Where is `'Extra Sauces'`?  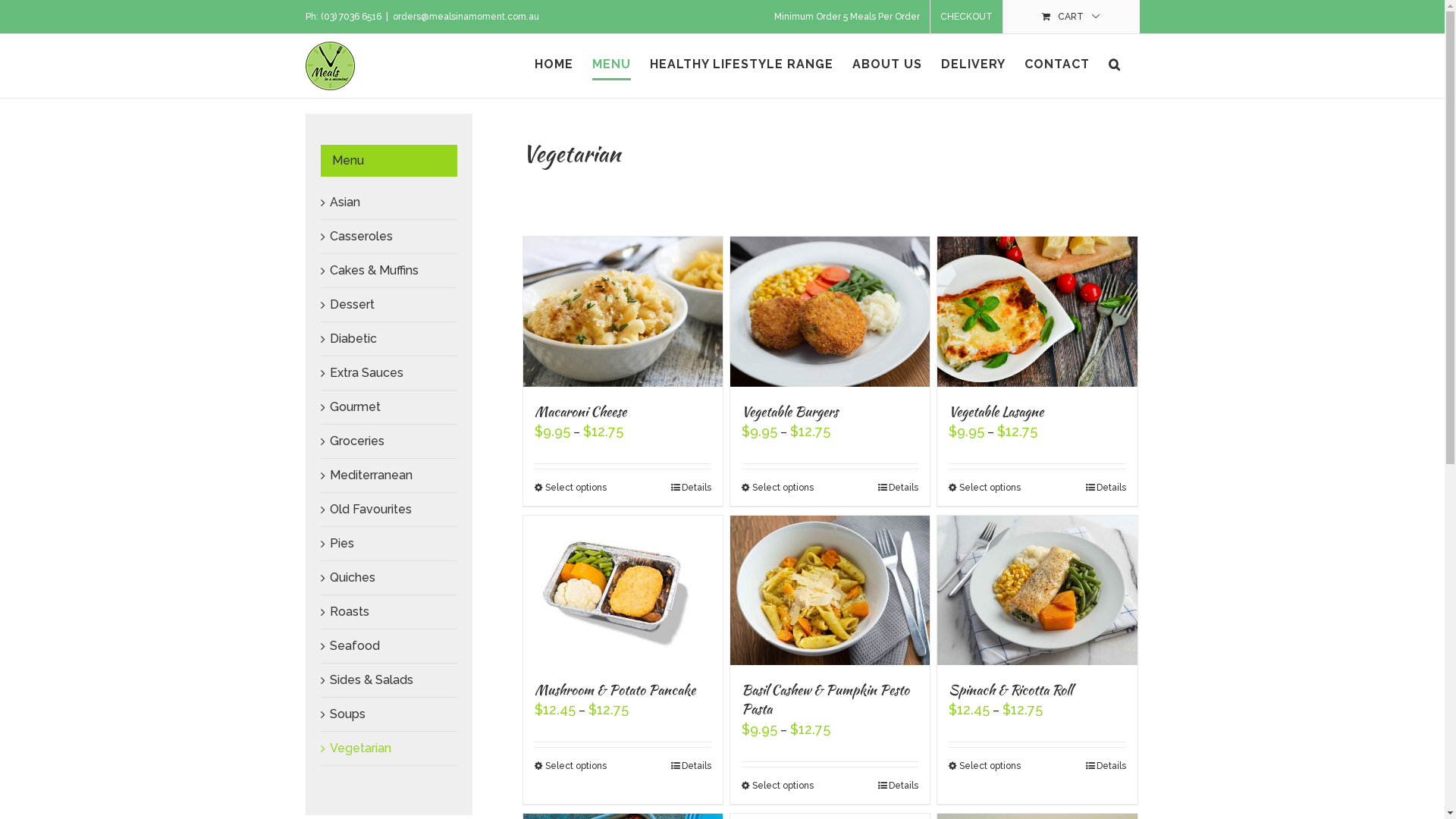
'Extra Sauces' is located at coordinates (366, 372).